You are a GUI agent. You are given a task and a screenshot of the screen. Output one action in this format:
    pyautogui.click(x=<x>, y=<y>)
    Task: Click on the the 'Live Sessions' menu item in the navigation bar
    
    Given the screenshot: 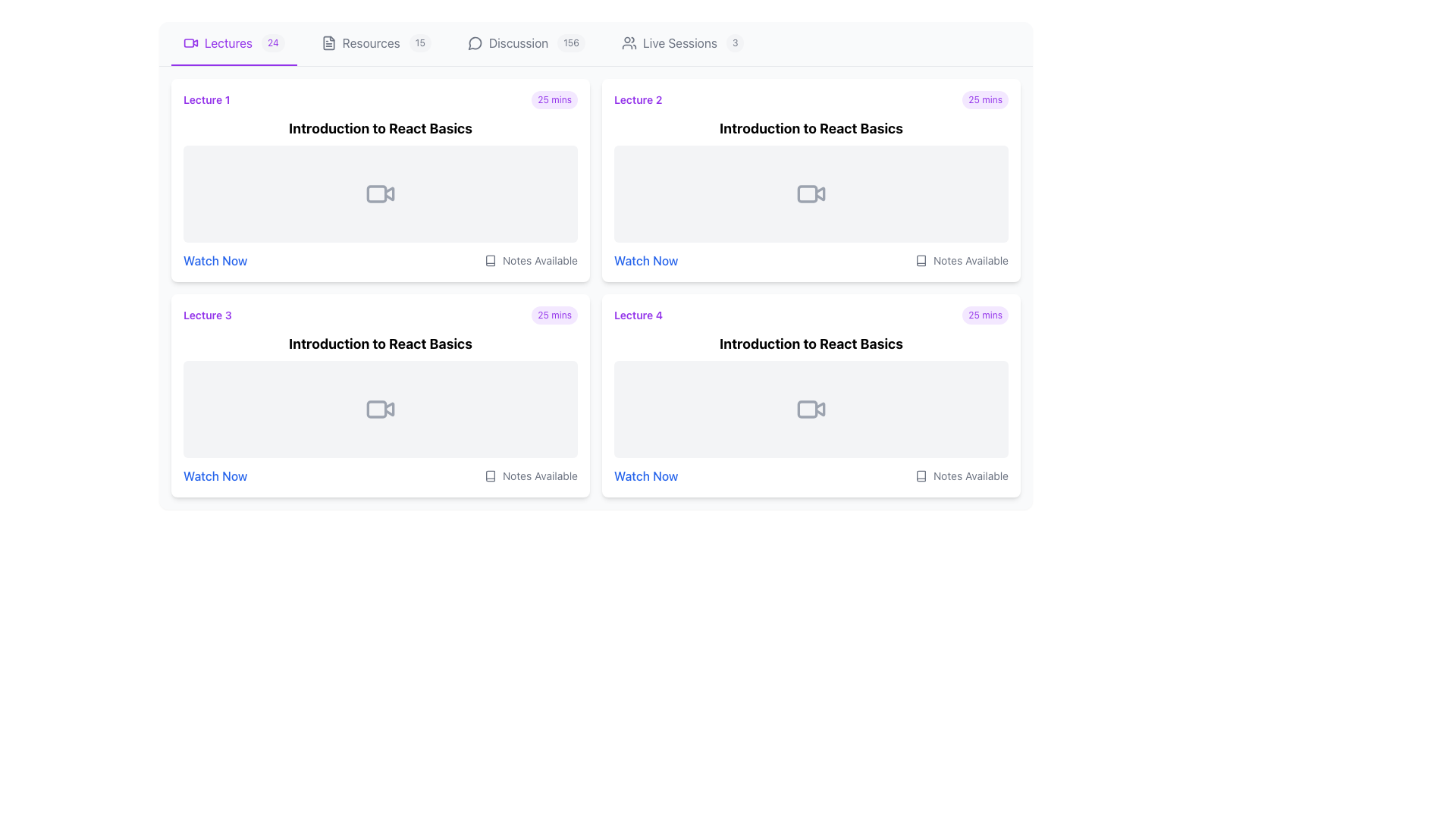 What is the action you would take?
    pyautogui.click(x=682, y=42)
    